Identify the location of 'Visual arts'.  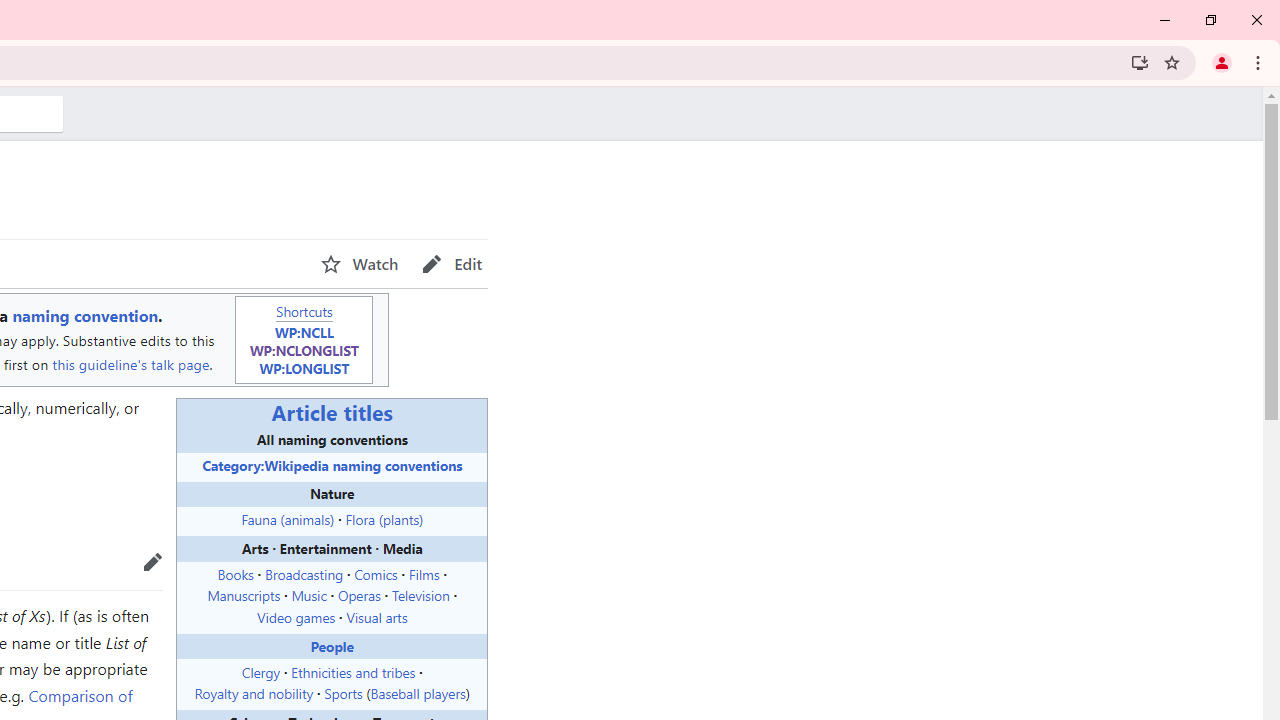
(376, 616).